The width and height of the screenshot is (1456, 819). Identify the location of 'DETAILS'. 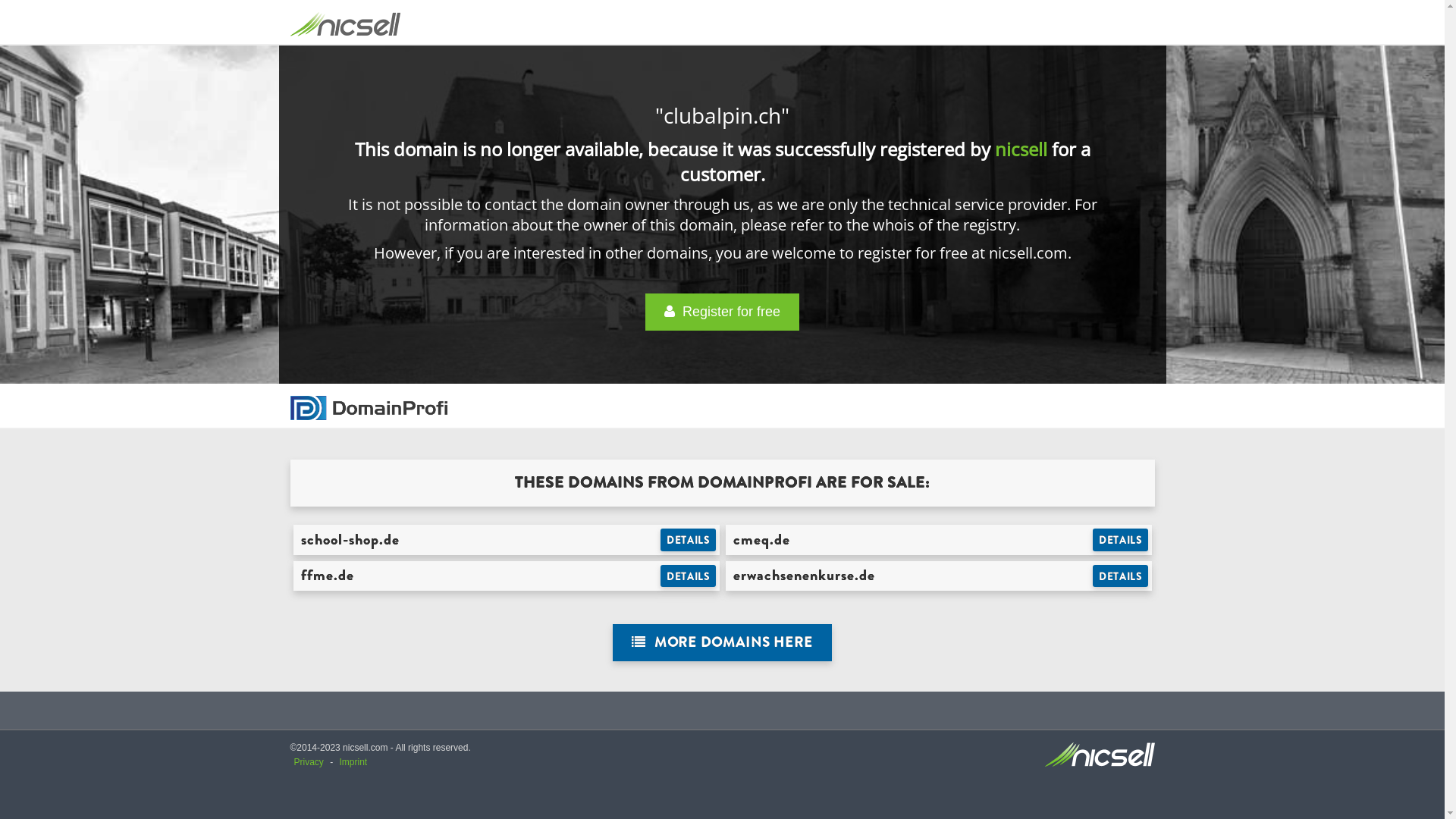
(1120, 539).